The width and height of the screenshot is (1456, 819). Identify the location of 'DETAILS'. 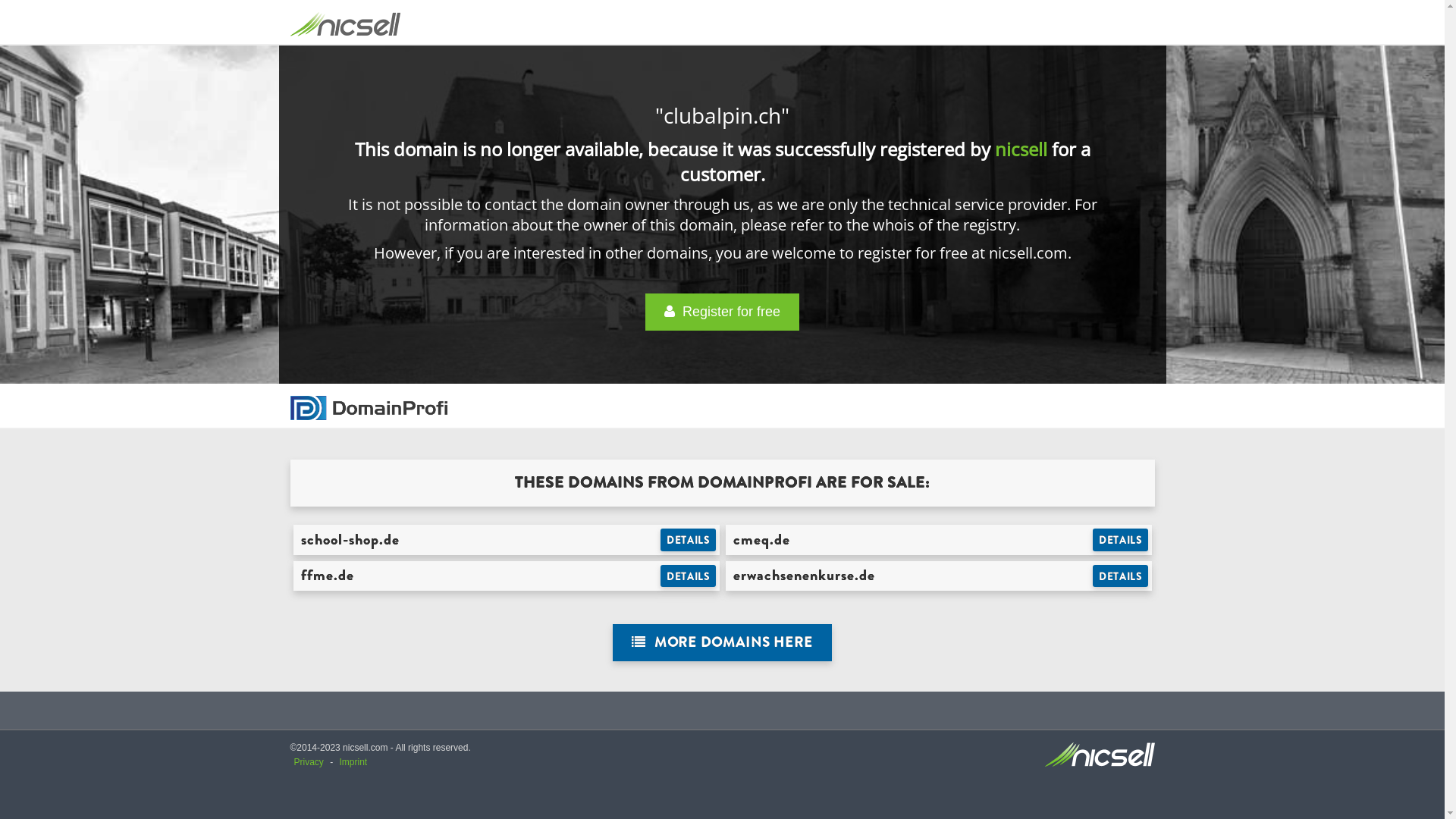
(1120, 539).